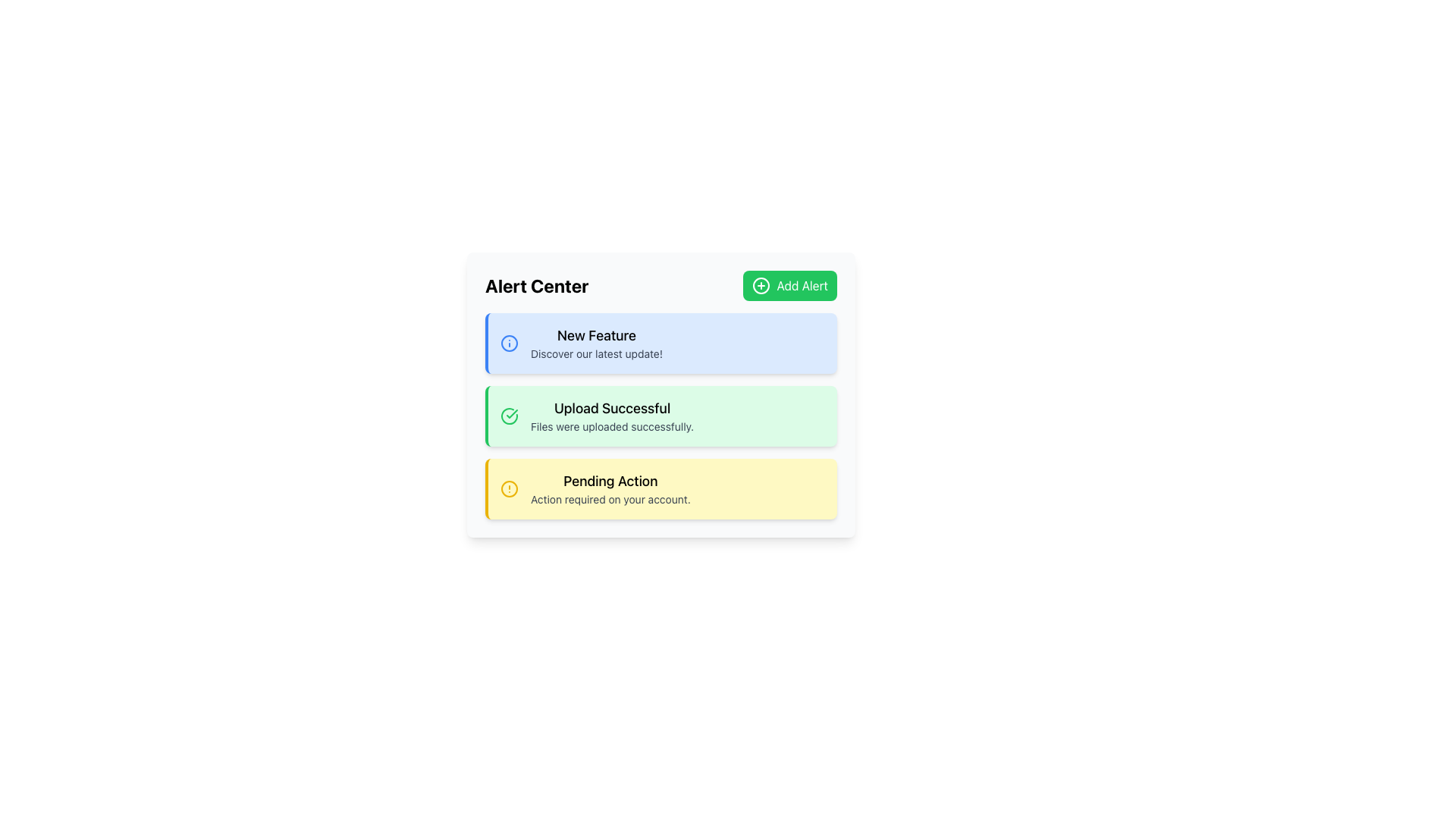 This screenshot has width=1456, height=819. Describe the element at coordinates (596, 335) in the screenshot. I see `the Text Label that highlights the title of the notification card in the Alert Center, positioned above 'Discover our latest update!'` at that location.